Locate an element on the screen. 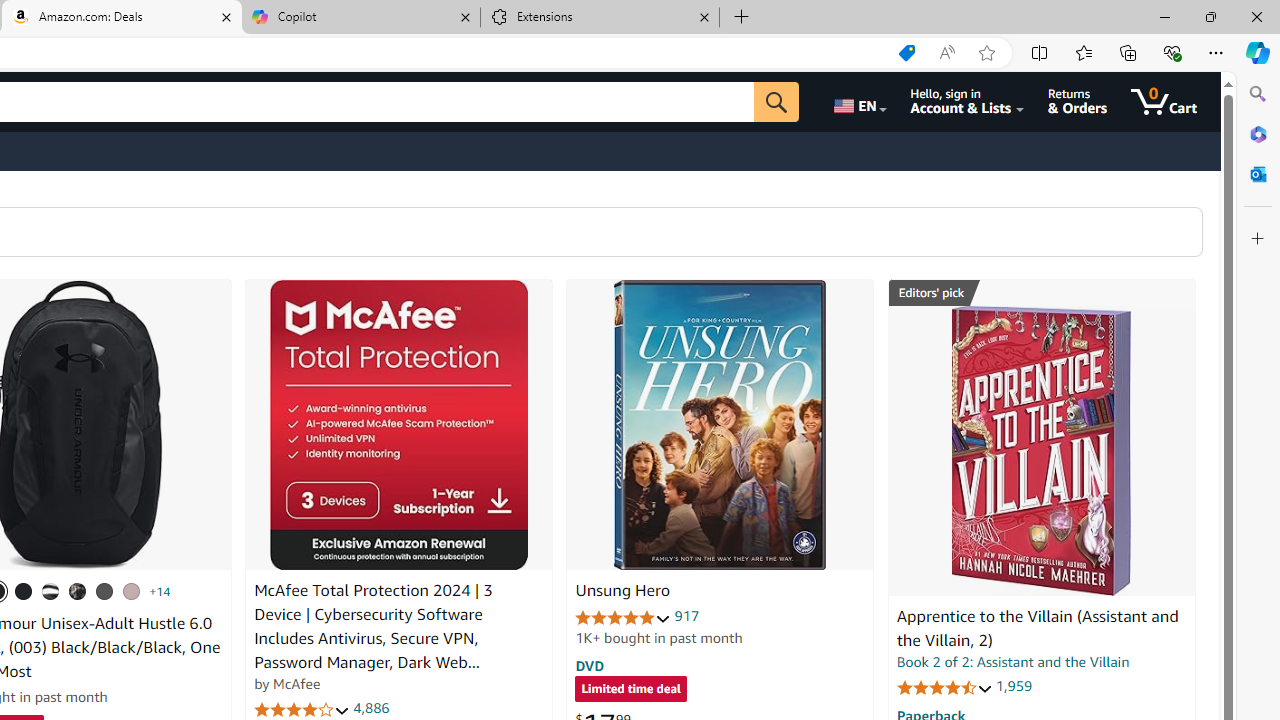  'Limited time deal' is located at coordinates (630, 689).